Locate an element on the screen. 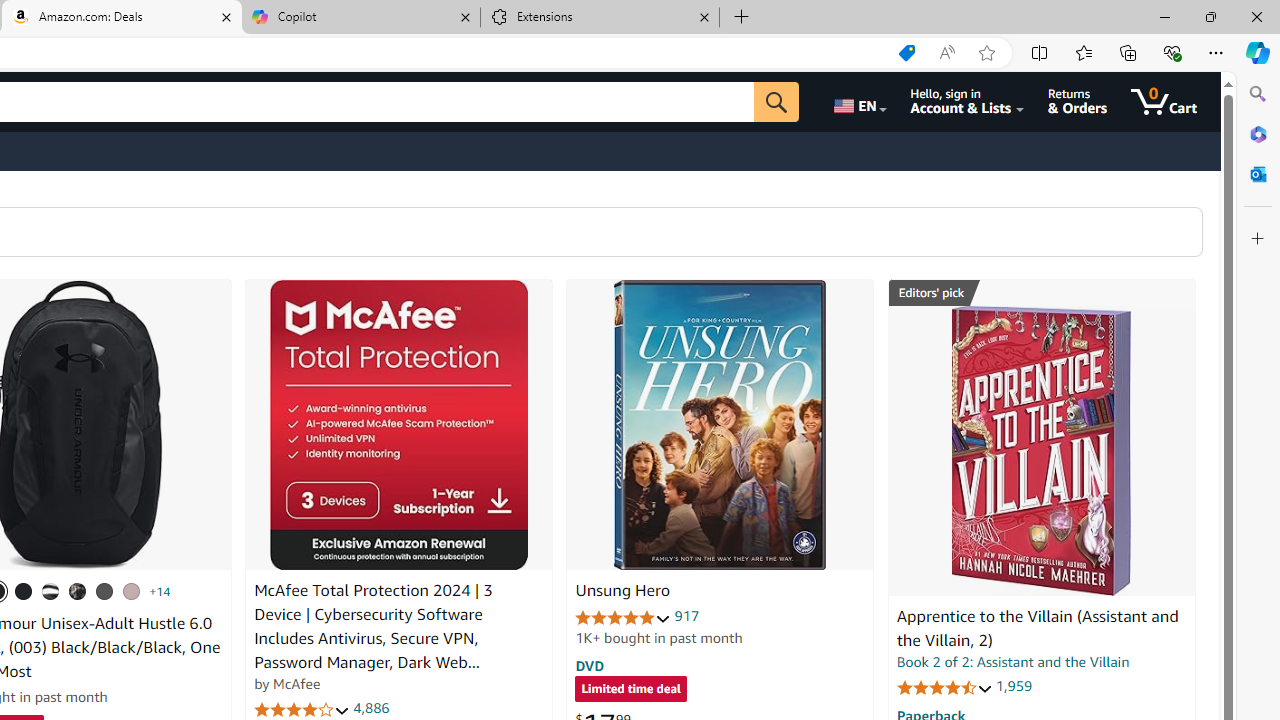  'Limited time deal' is located at coordinates (630, 689).